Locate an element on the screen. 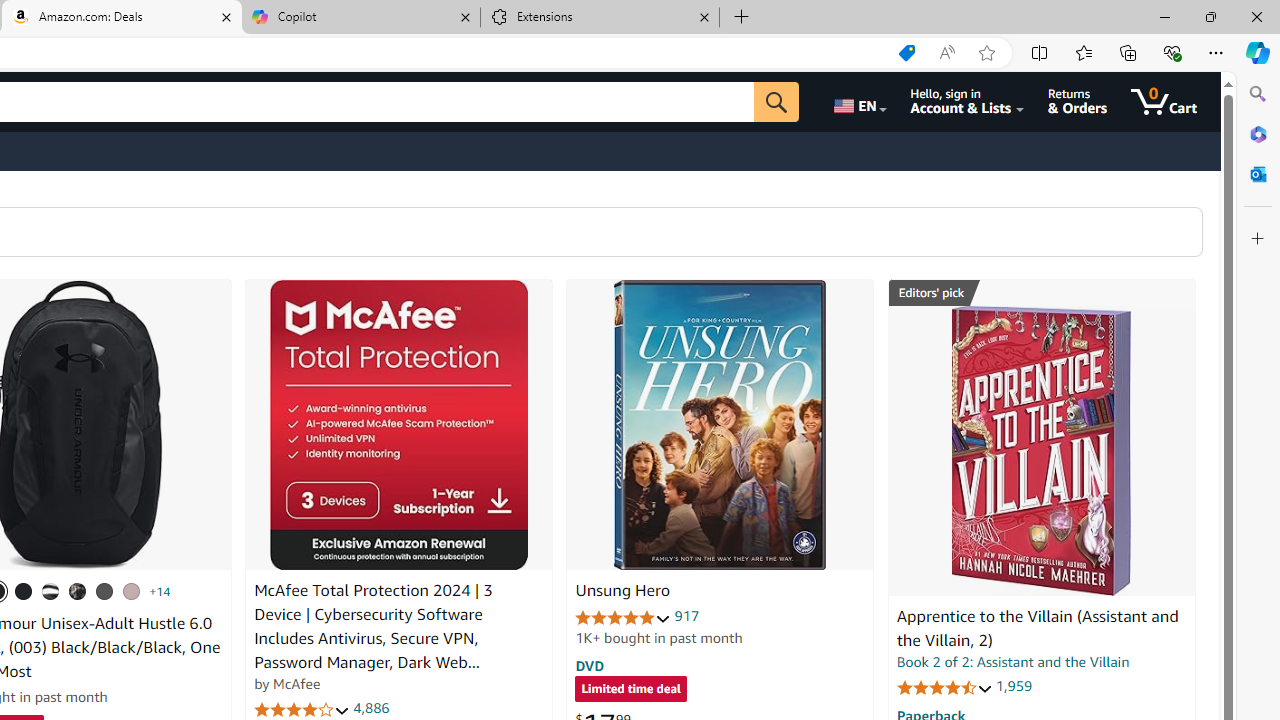  'Limited time deal' is located at coordinates (630, 689).